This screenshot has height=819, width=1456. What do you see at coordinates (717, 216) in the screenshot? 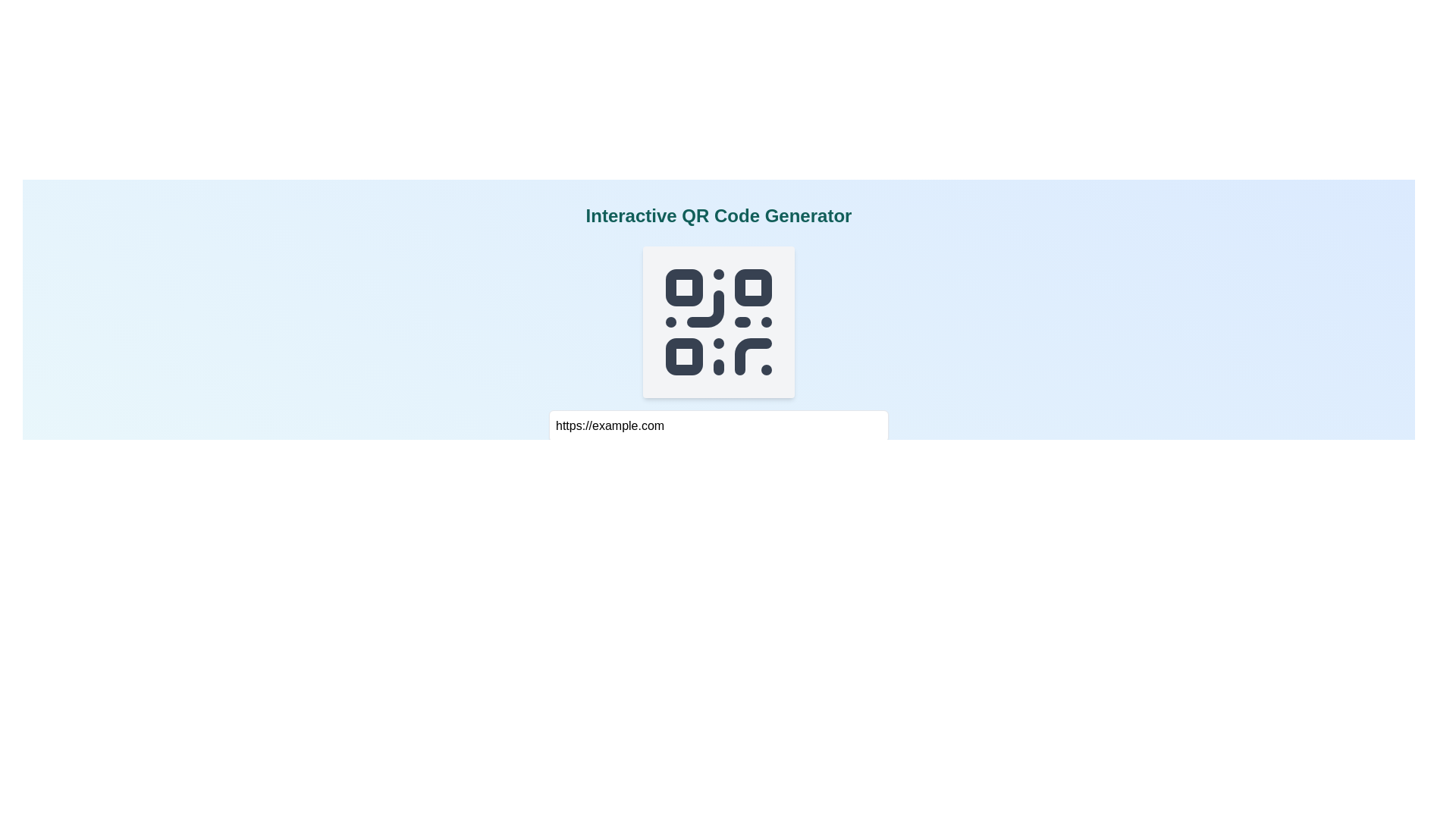
I see `header text 'Interactive QR Code Generator', which is a bold, large teal text located at the top center of the display` at bounding box center [717, 216].